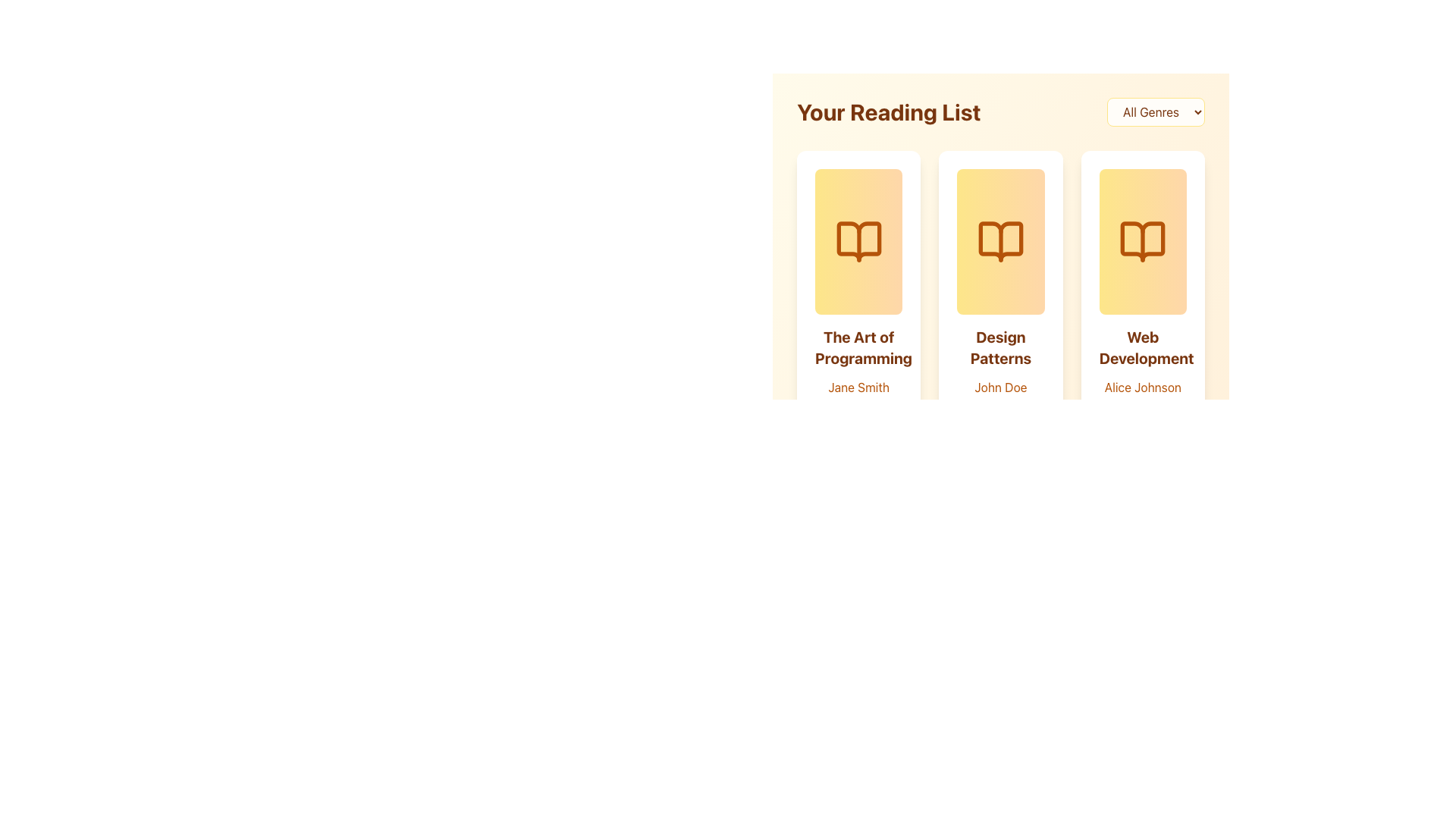 This screenshot has width=1456, height=819. I want to click on the author name label located below the card title 'The Art of Programming' in the reading list section, so click(858, 386).